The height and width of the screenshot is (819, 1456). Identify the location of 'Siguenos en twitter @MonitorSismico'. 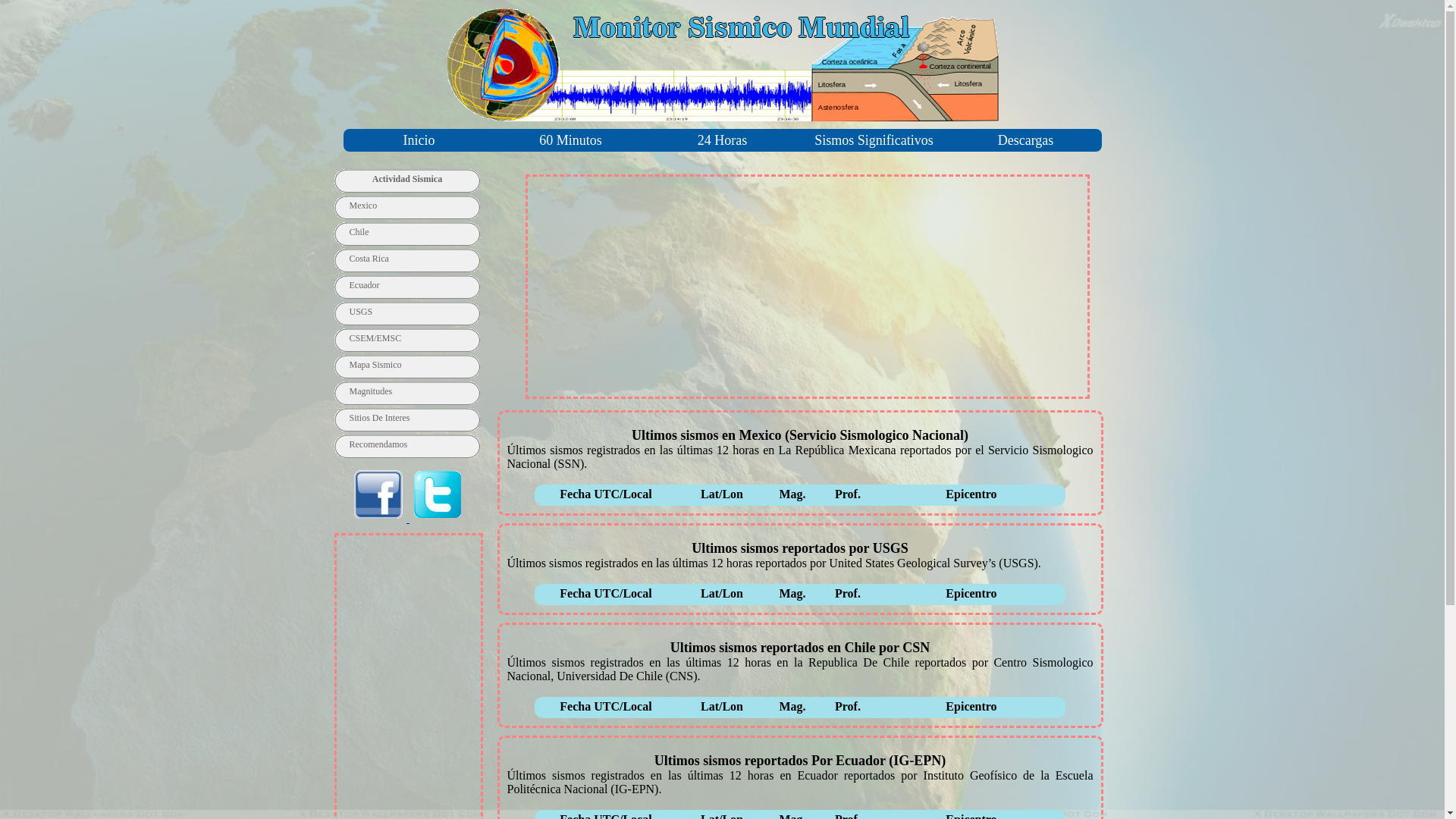
(409, 517).